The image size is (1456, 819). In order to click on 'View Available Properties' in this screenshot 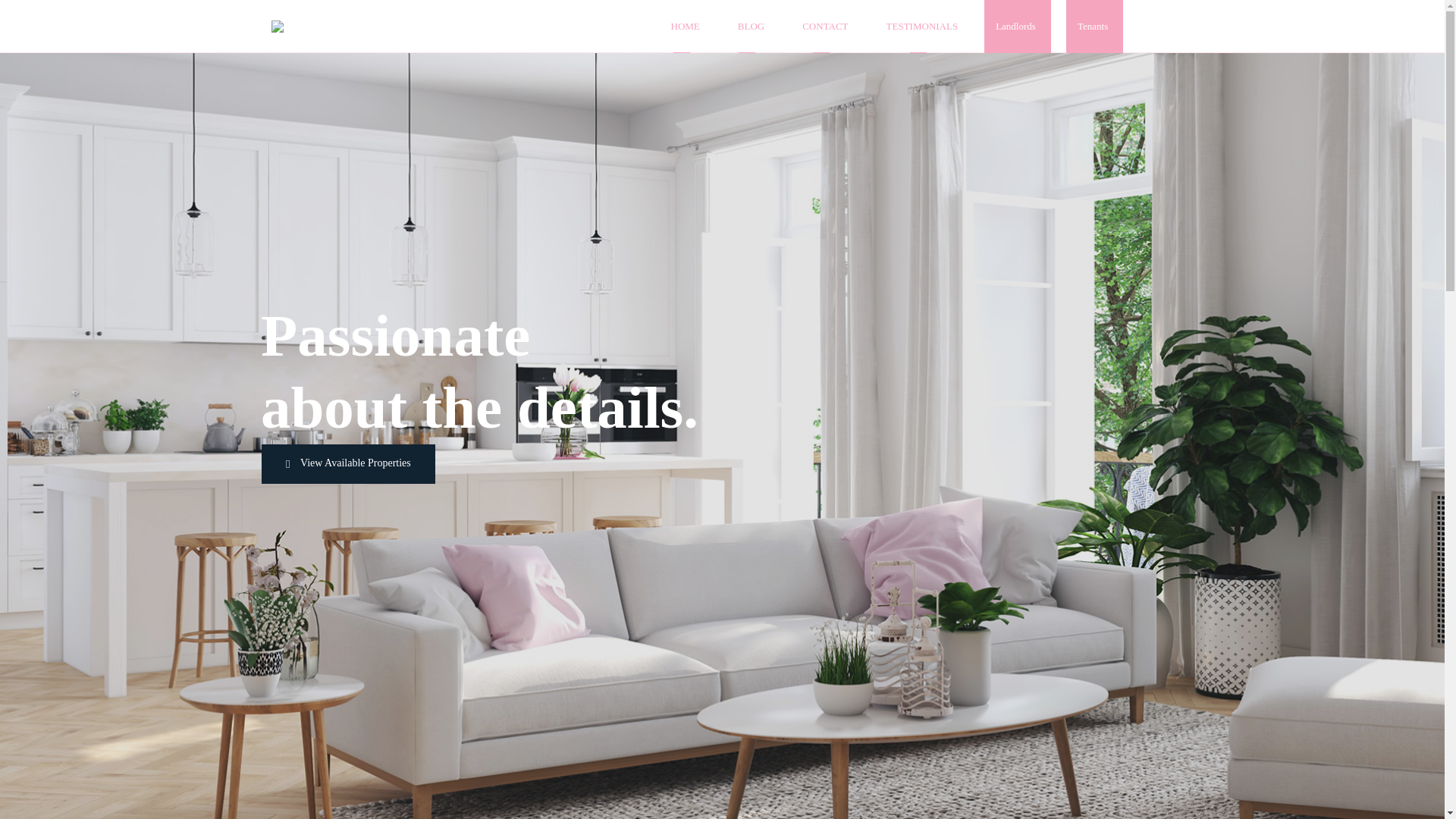, I will do `click(347, 463)`.